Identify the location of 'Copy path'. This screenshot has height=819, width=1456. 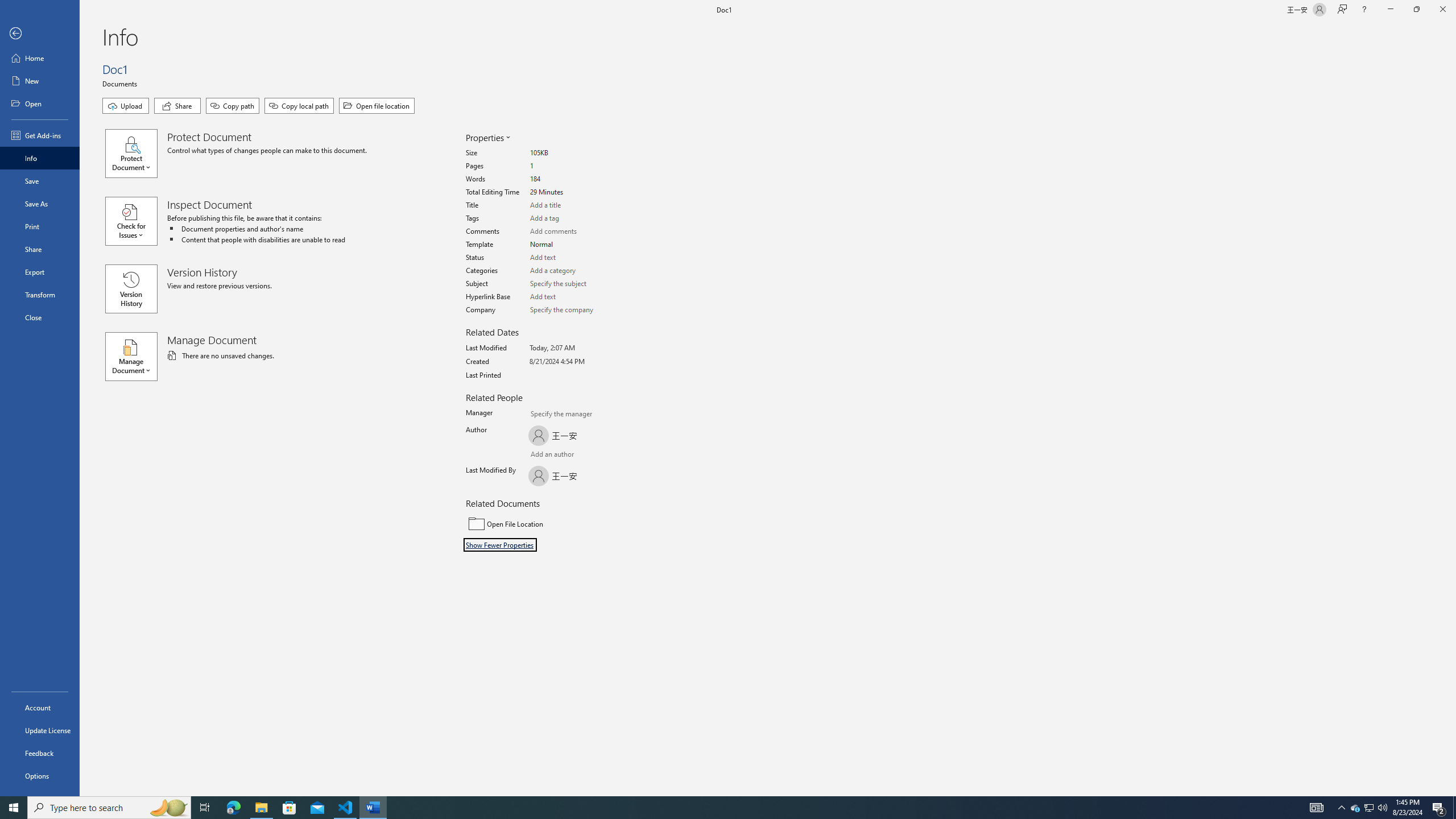
(231, 105).